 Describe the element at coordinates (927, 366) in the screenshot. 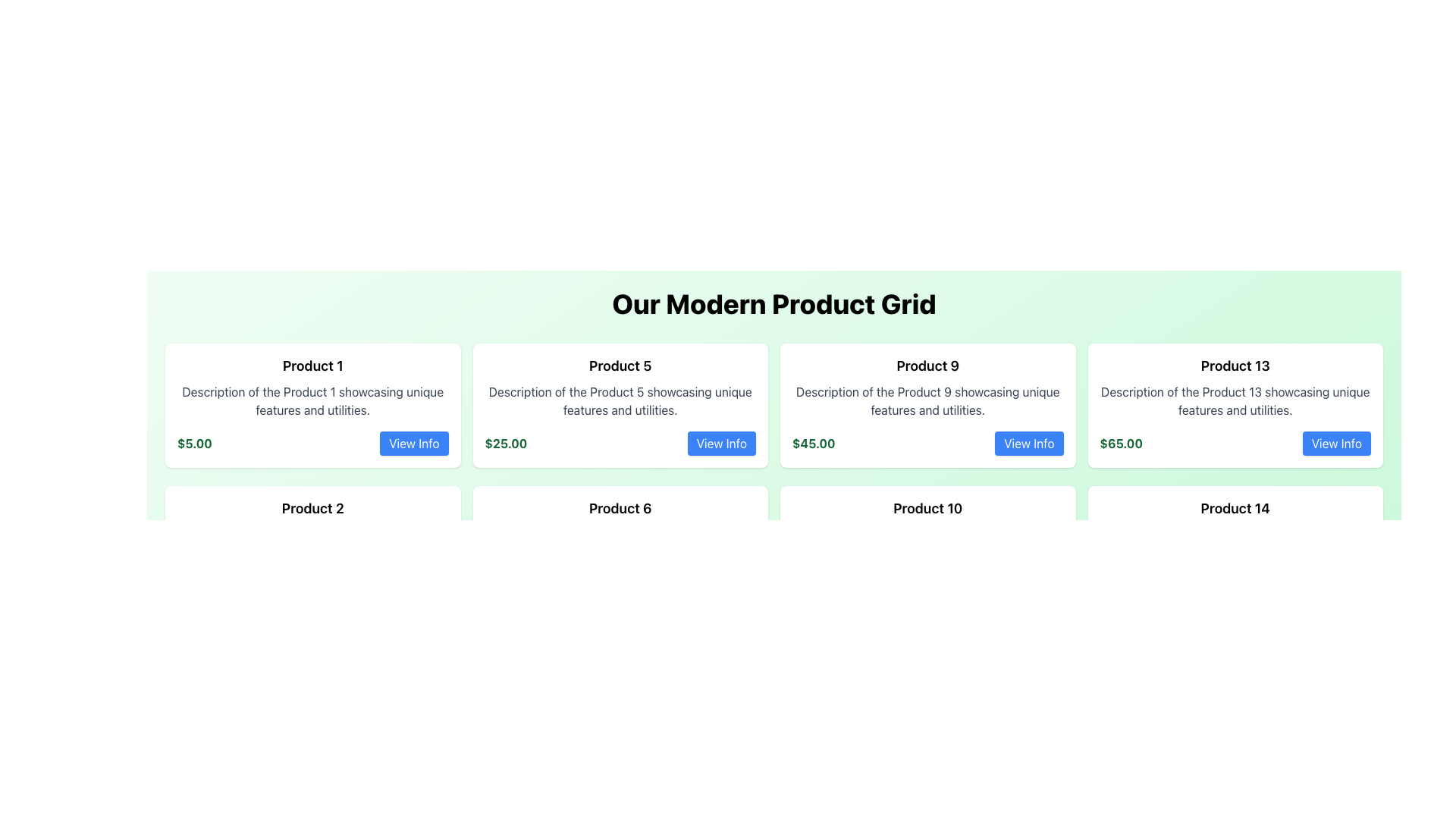

I see `the text label that reads 'Product 9', which is styled in bold font and located at the top of the third card in the first row of a grid layout` at that location.